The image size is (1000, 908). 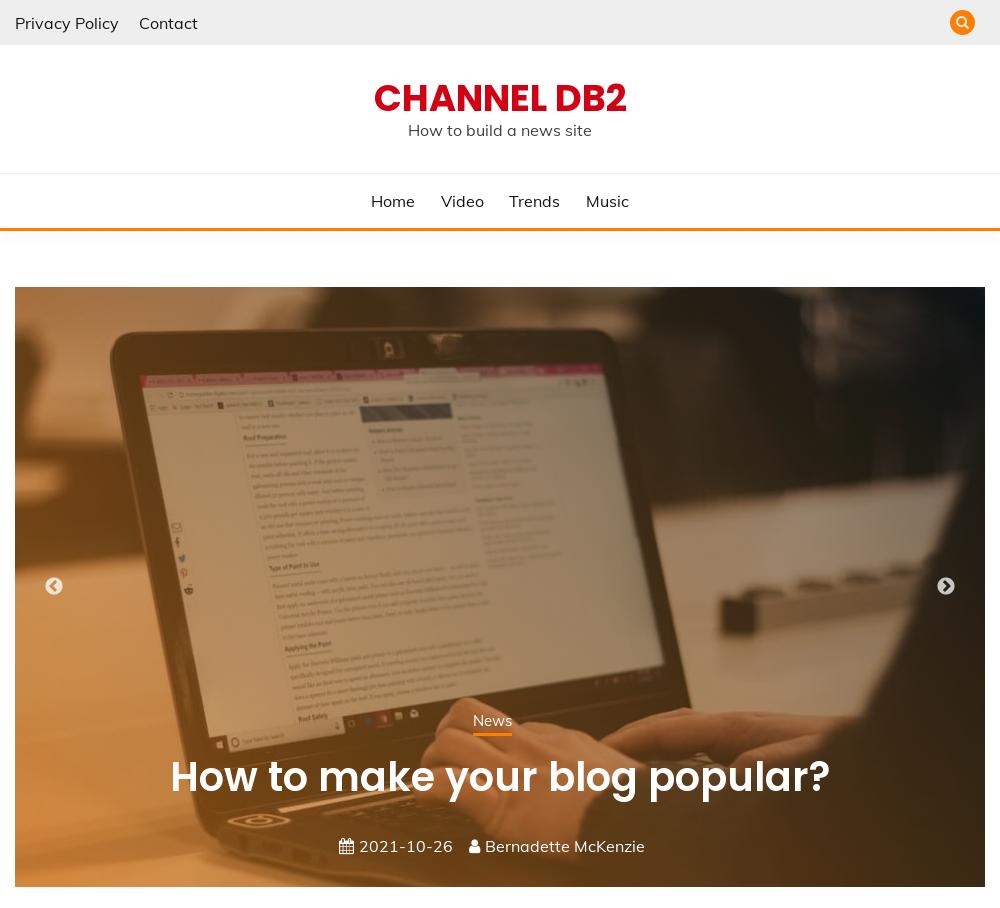 I want to click on 'Channel DB2', so click(x=498, y=96).